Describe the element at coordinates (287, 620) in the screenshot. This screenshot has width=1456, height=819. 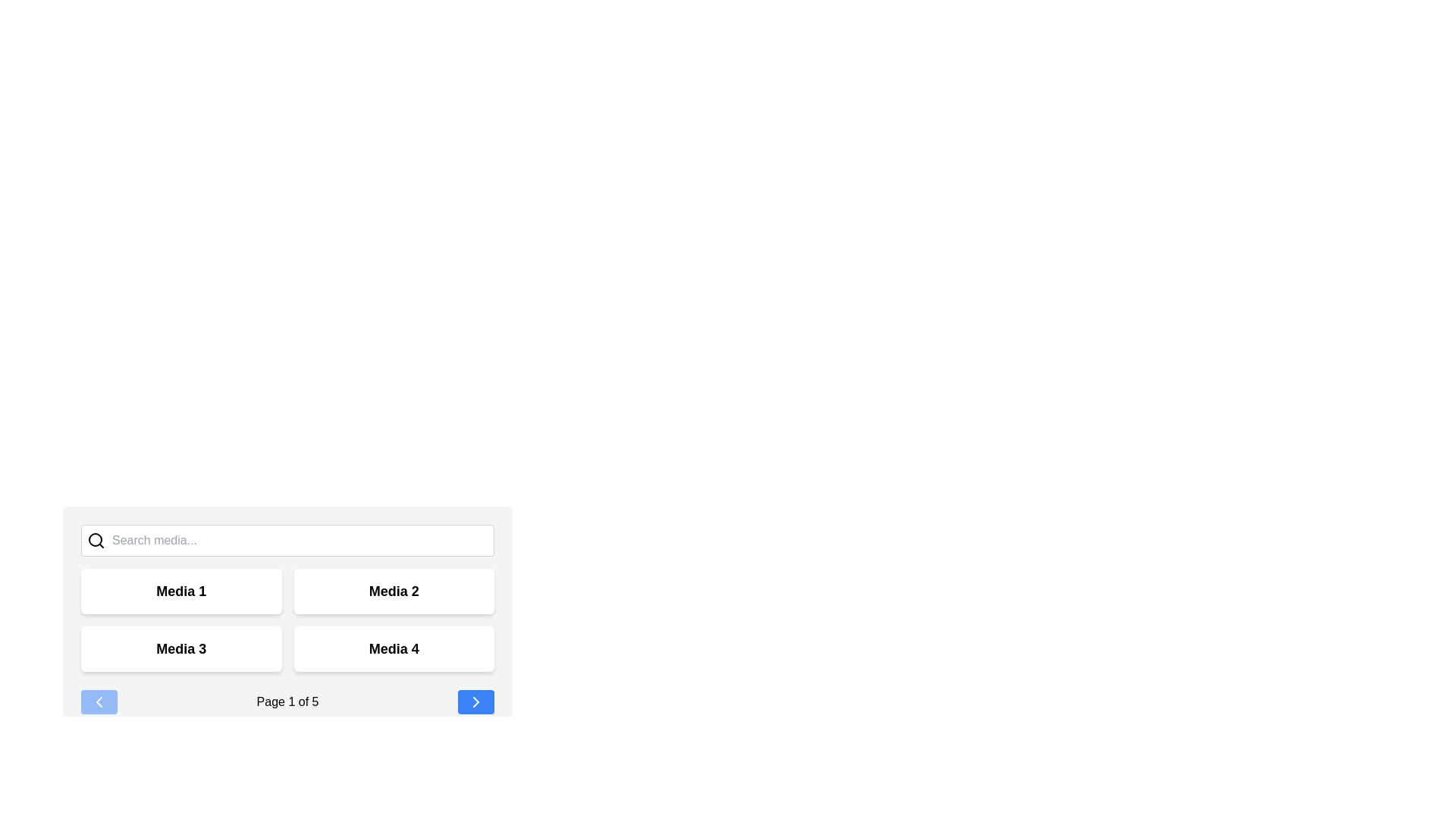
I see `the grid item labeled 'Media 3'` at that location.